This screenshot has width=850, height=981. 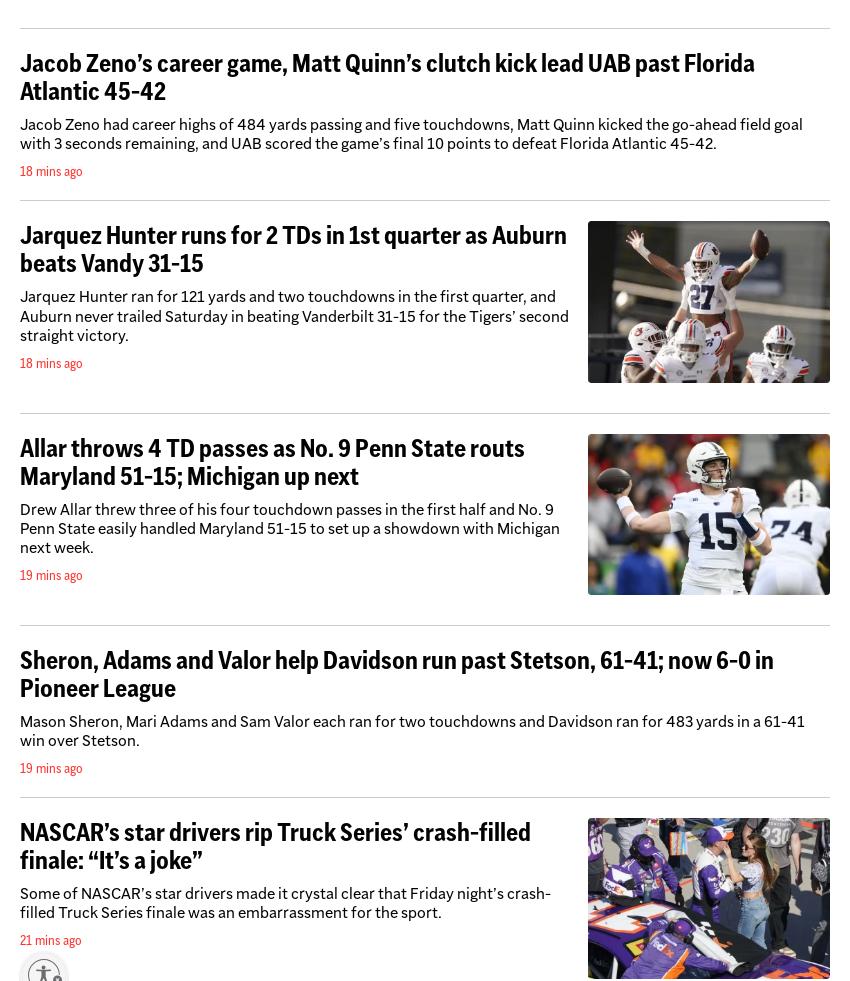 I want to click on 'Drew Allar threw three of his four touchdown passes in the first half and No. 9 Penn State easily handled Maryland 51-15 to set up a showdown with Michigan next week.', so click(x=289, y=527).